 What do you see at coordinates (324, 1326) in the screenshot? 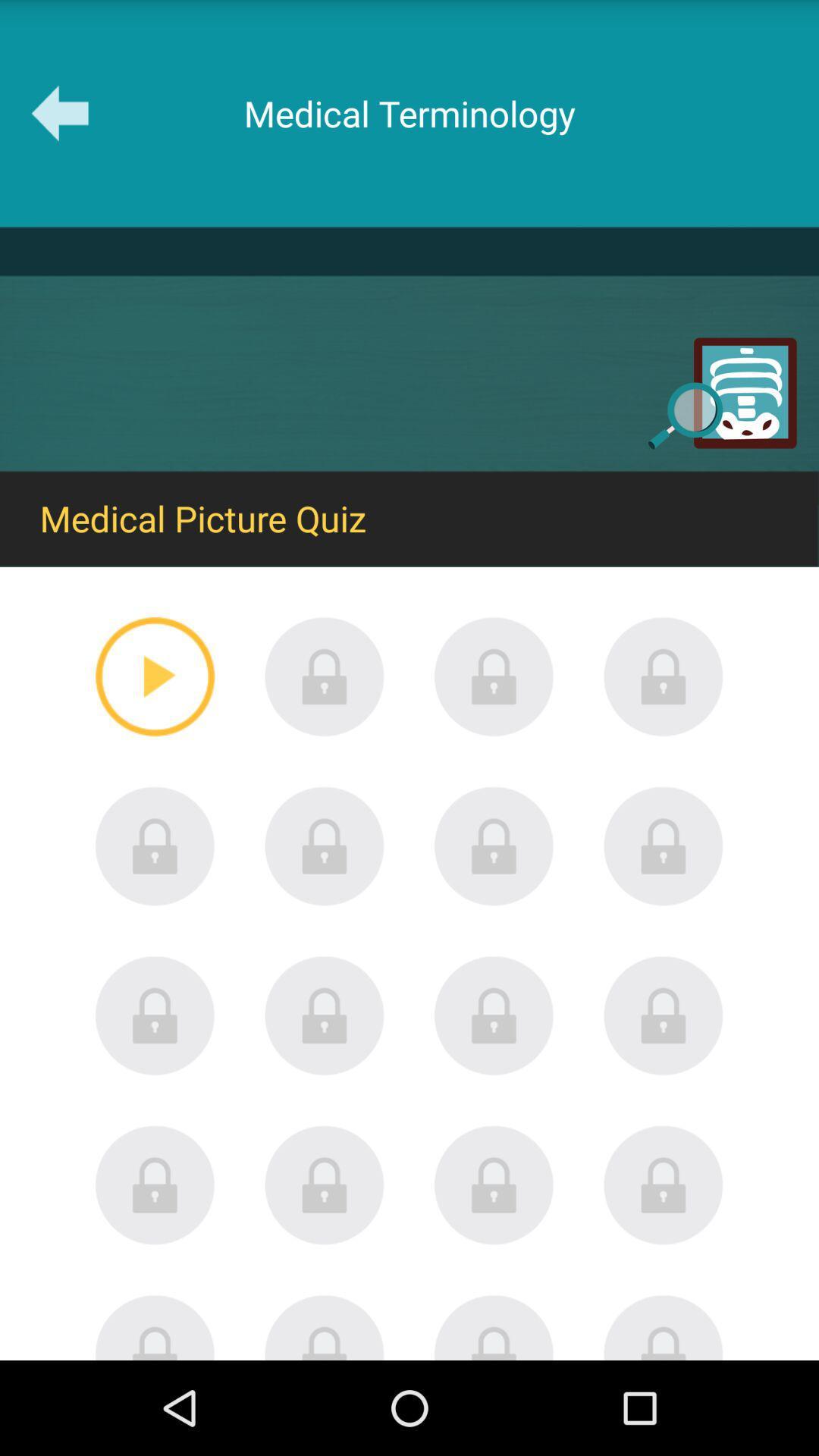
I see `locked button` at bounding box center [324, 1326].